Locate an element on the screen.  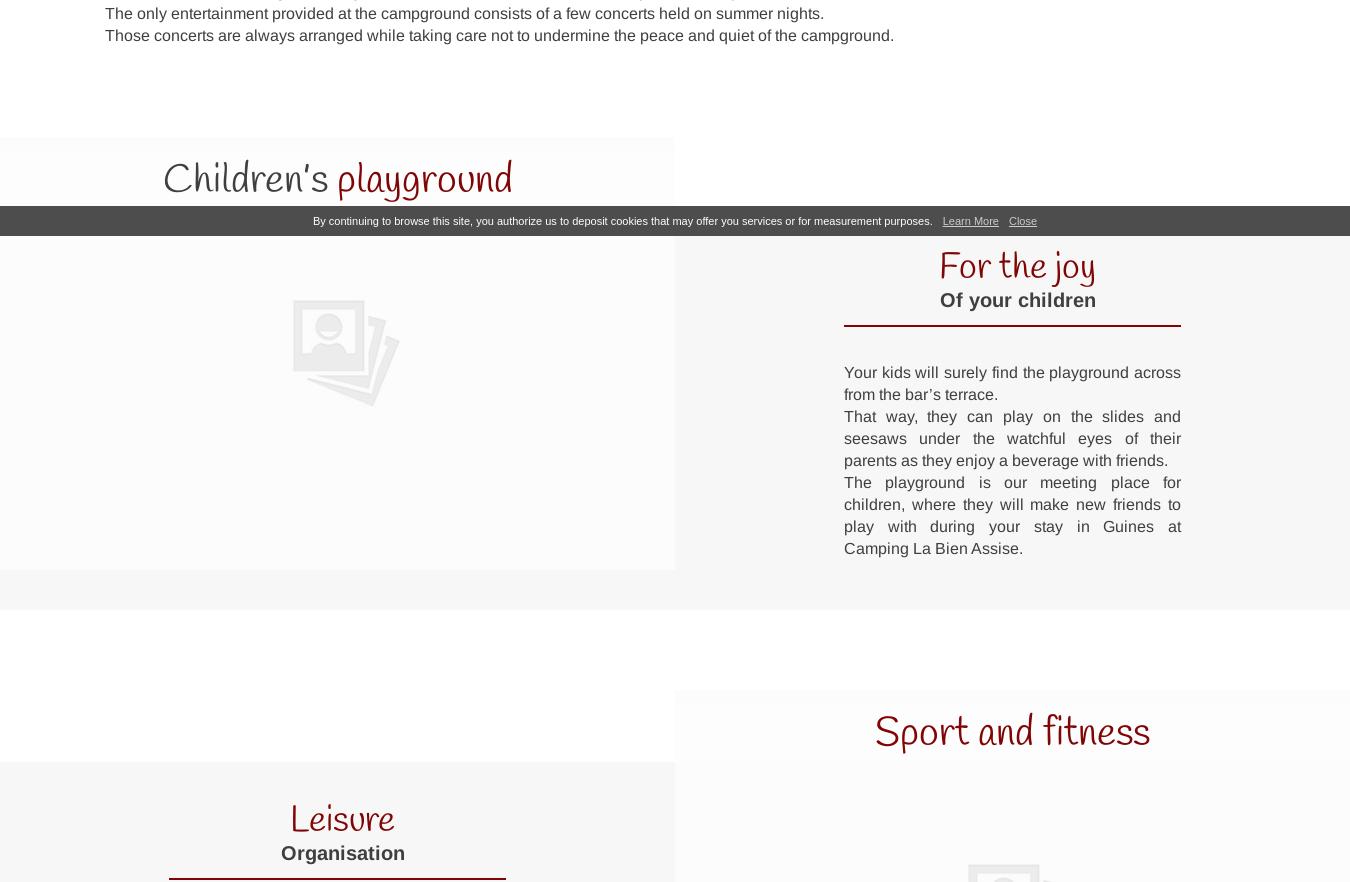
'Close' is located at coordinates (1022, 220).